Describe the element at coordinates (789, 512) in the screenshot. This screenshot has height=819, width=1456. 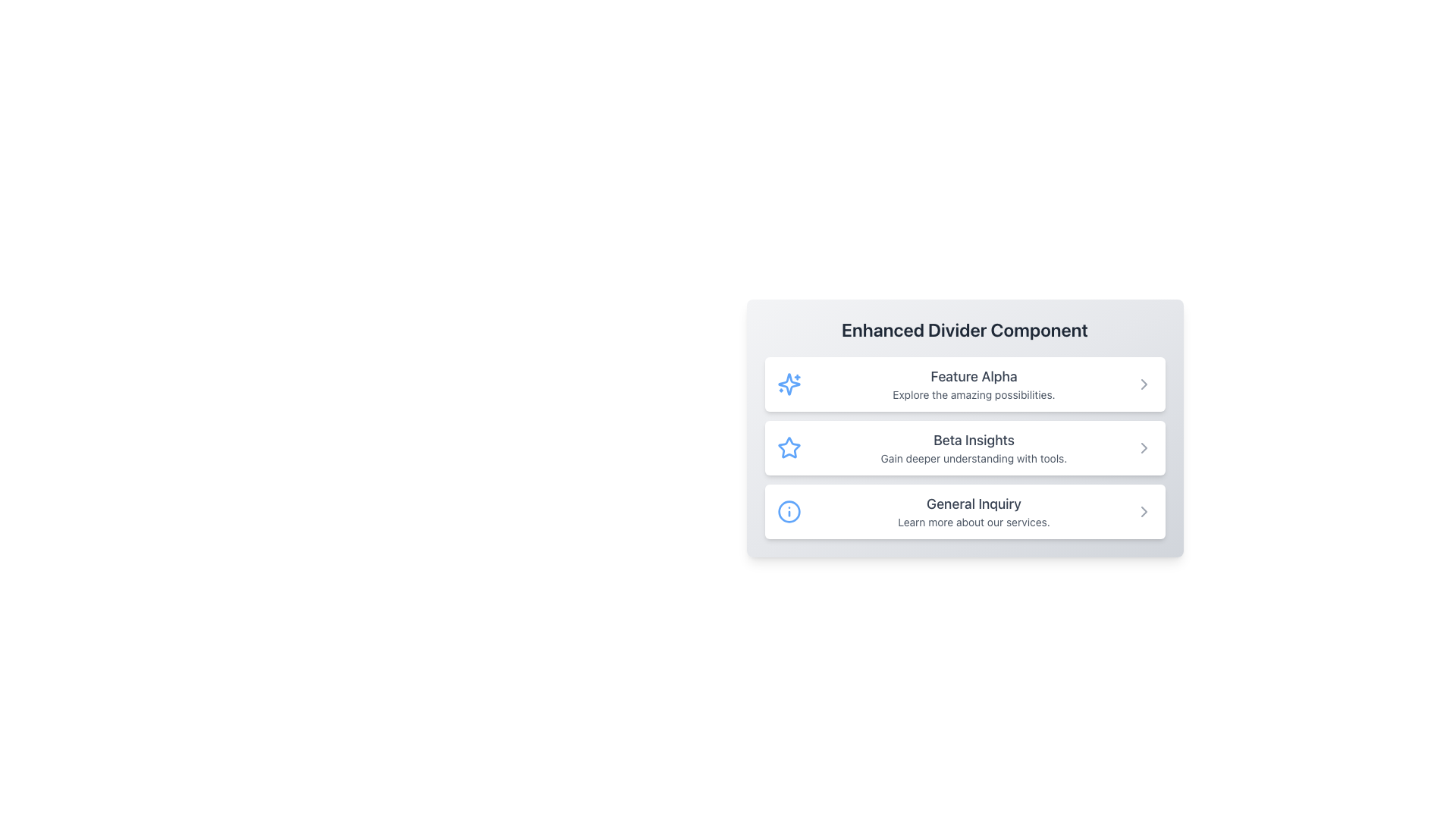
I see `the visual identification marker for the 'General Inquiry' section by moving the cursor to its center point` at that location.